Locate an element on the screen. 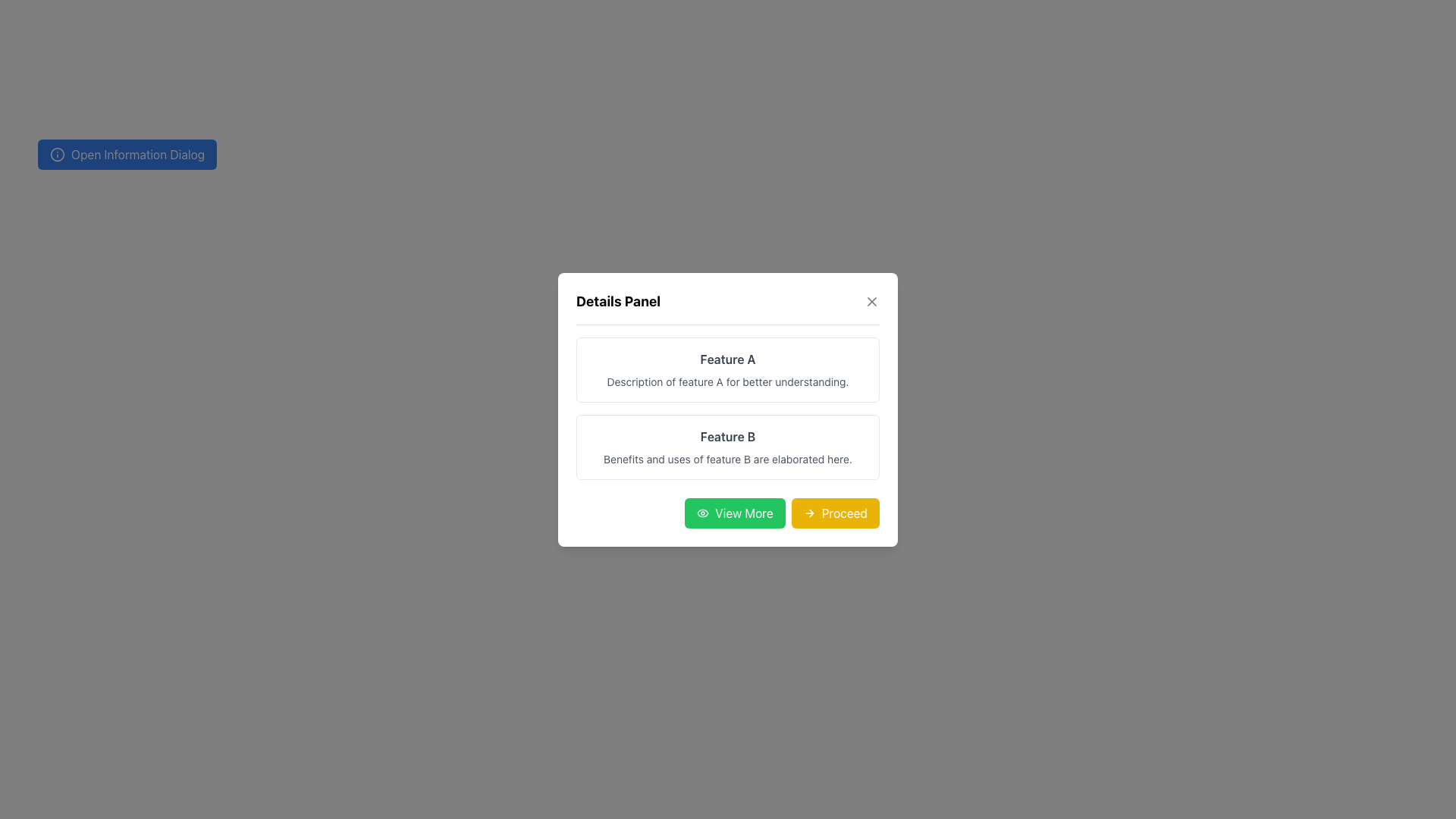 The height and width of the screenshot is (819, 1456). the blue rectangular button with rounded corners and white text that reads 'Open Information Dialog' is located at coordinates (127, 155).